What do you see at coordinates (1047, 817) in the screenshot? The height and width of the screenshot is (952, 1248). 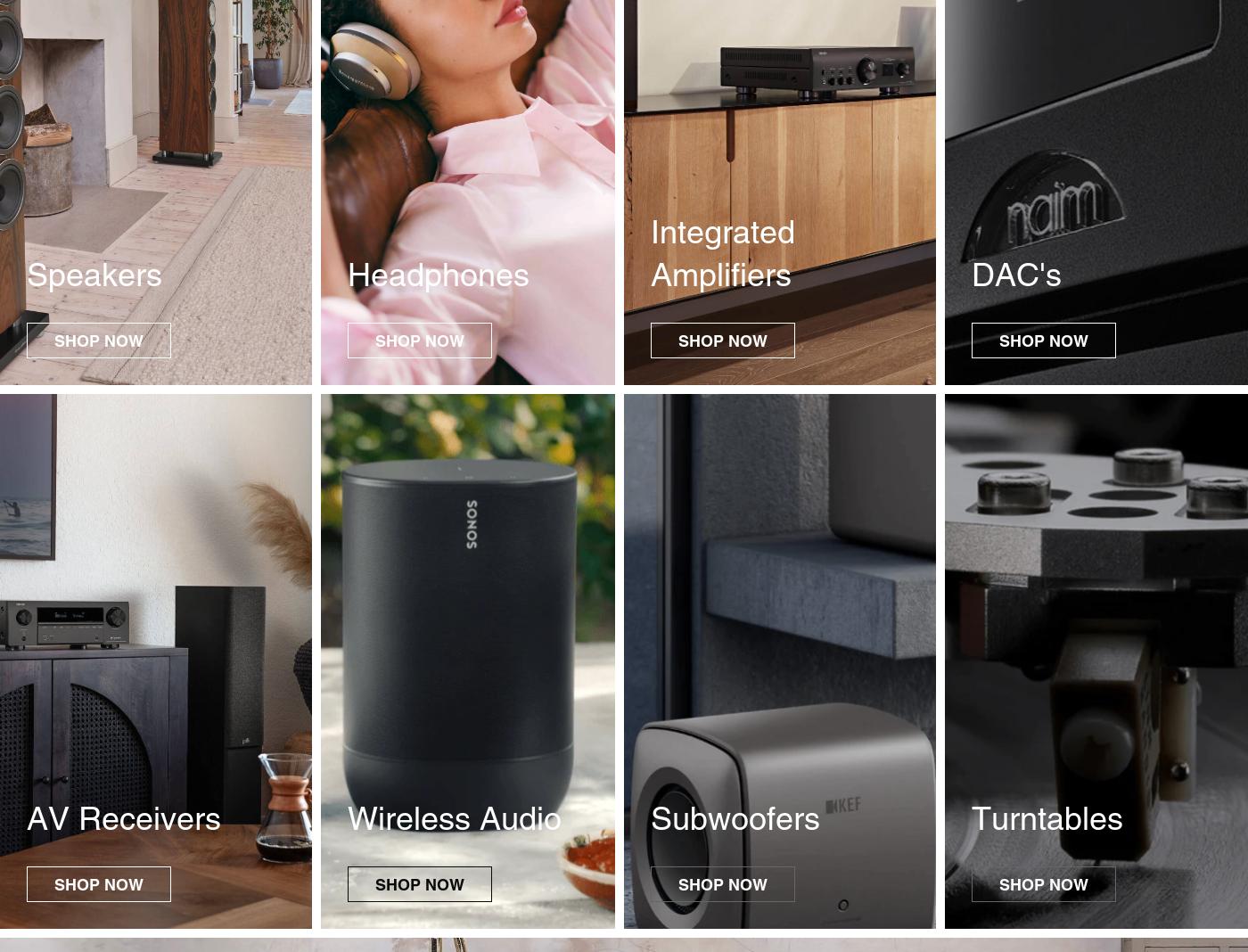 I see `'Turntables'` at bounding box center [1047, 817].